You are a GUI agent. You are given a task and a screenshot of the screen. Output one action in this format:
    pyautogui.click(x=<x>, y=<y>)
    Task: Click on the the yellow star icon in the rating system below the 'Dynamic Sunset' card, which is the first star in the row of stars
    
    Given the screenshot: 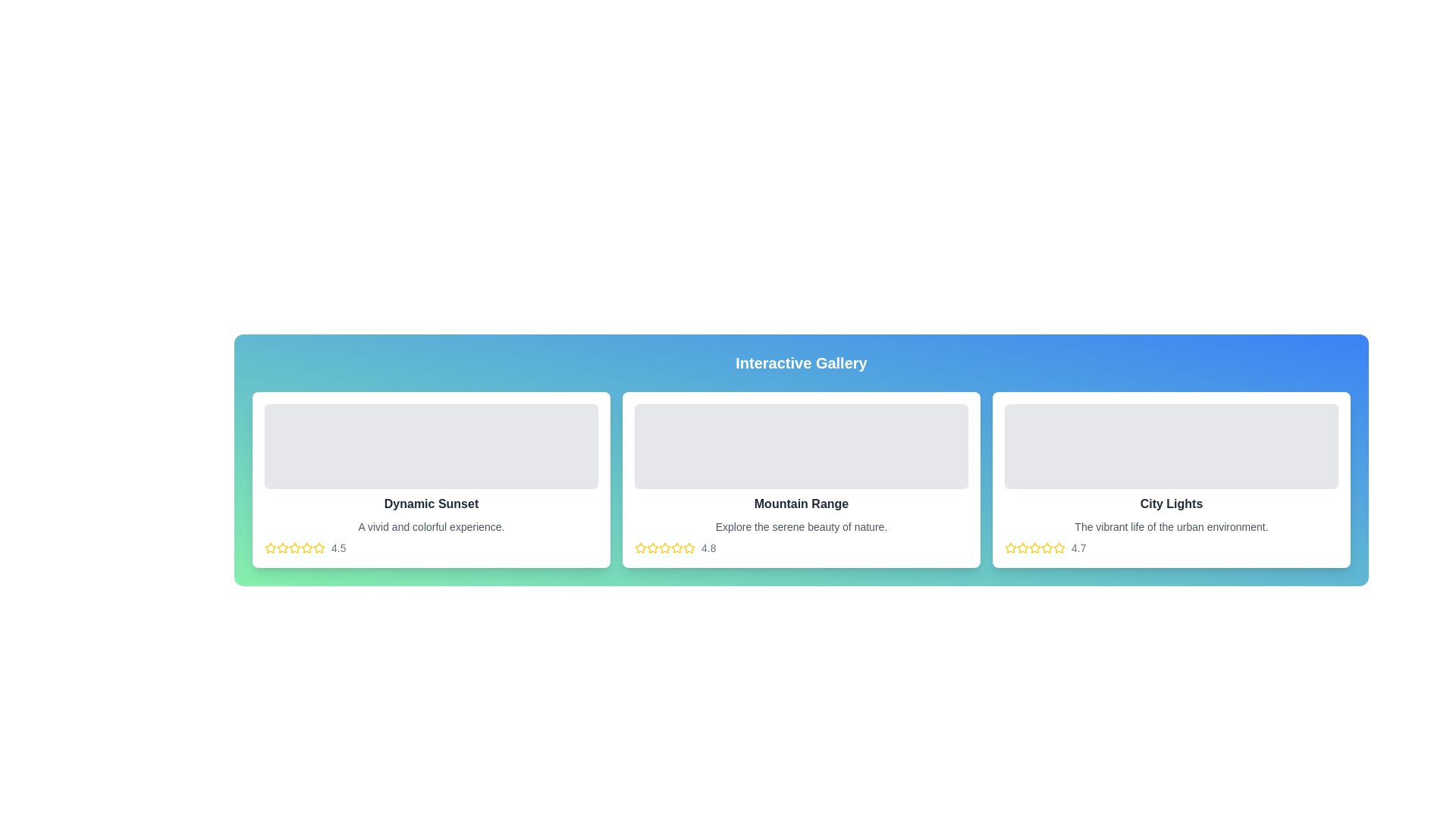 What is the action you would take?
    pyautogui.click(x=283, y=548)
    